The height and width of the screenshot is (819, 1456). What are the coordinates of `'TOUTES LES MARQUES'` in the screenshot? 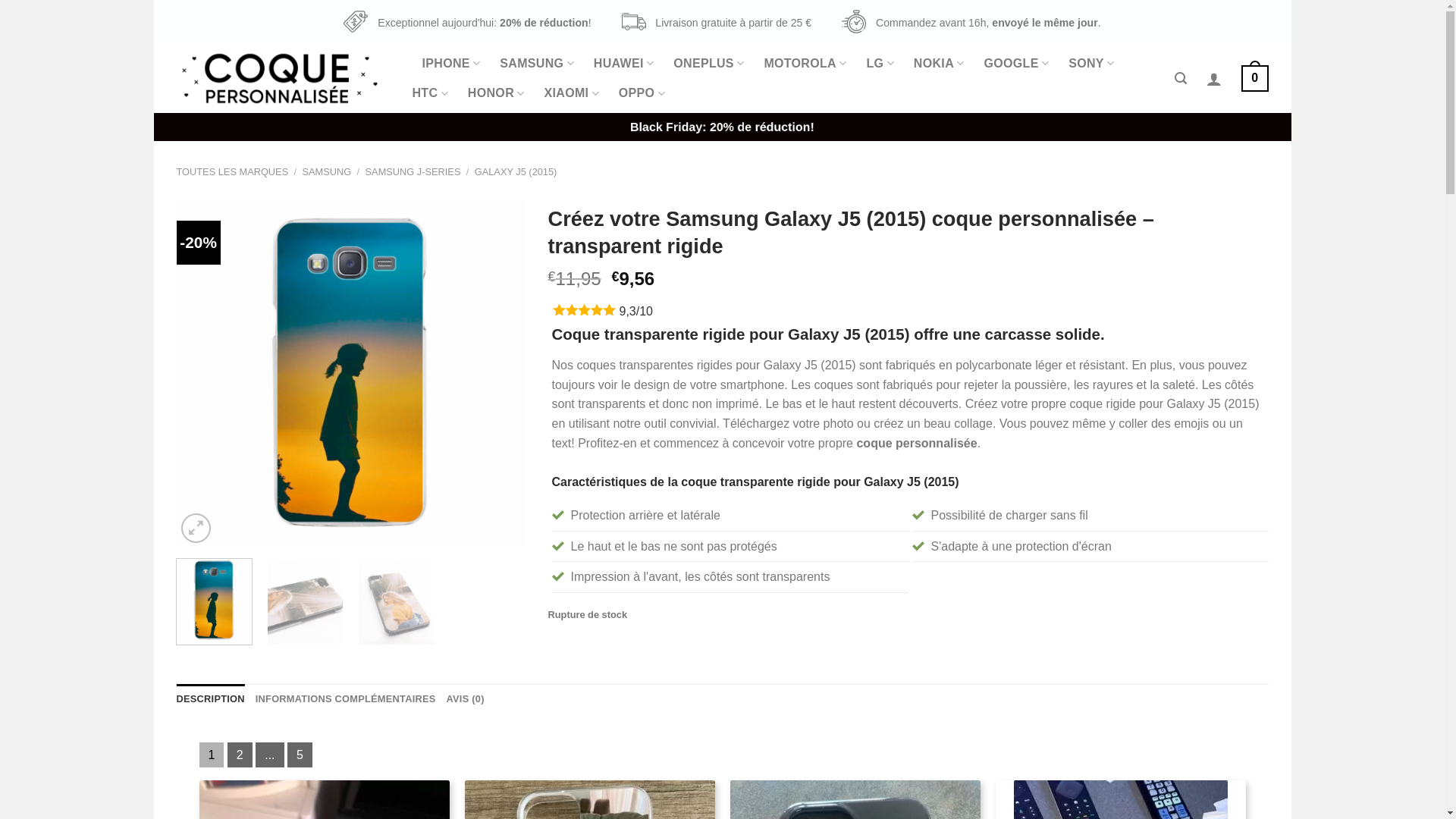 It's located at (175, 171).